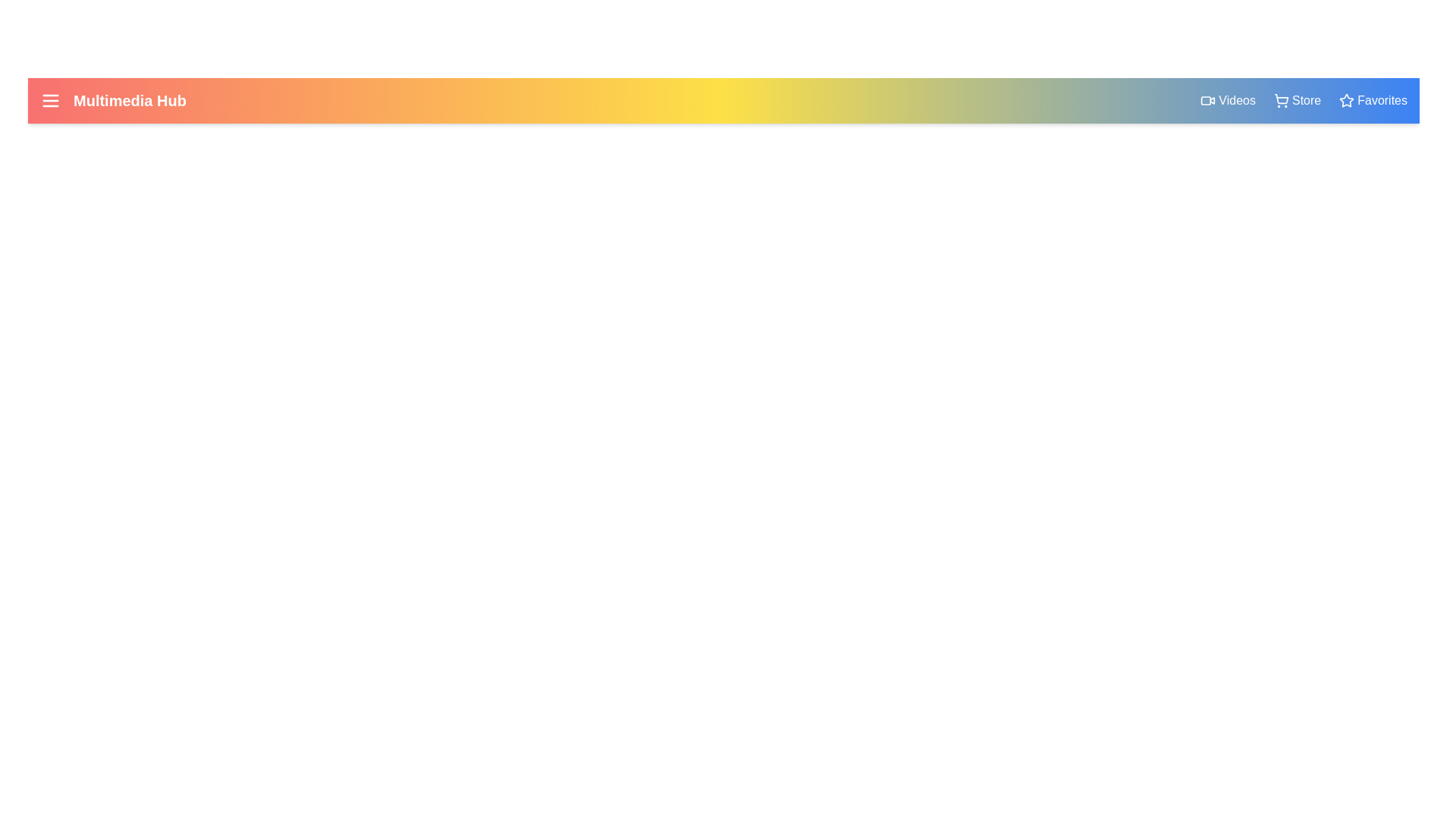 The width and height of the screenshot is (1456, 819). What do you see at coordinates (1228, 100) in the screenshot?
I see `the 'Videos' link to navigate to the Videos section` at bounding box center [1228, 100].